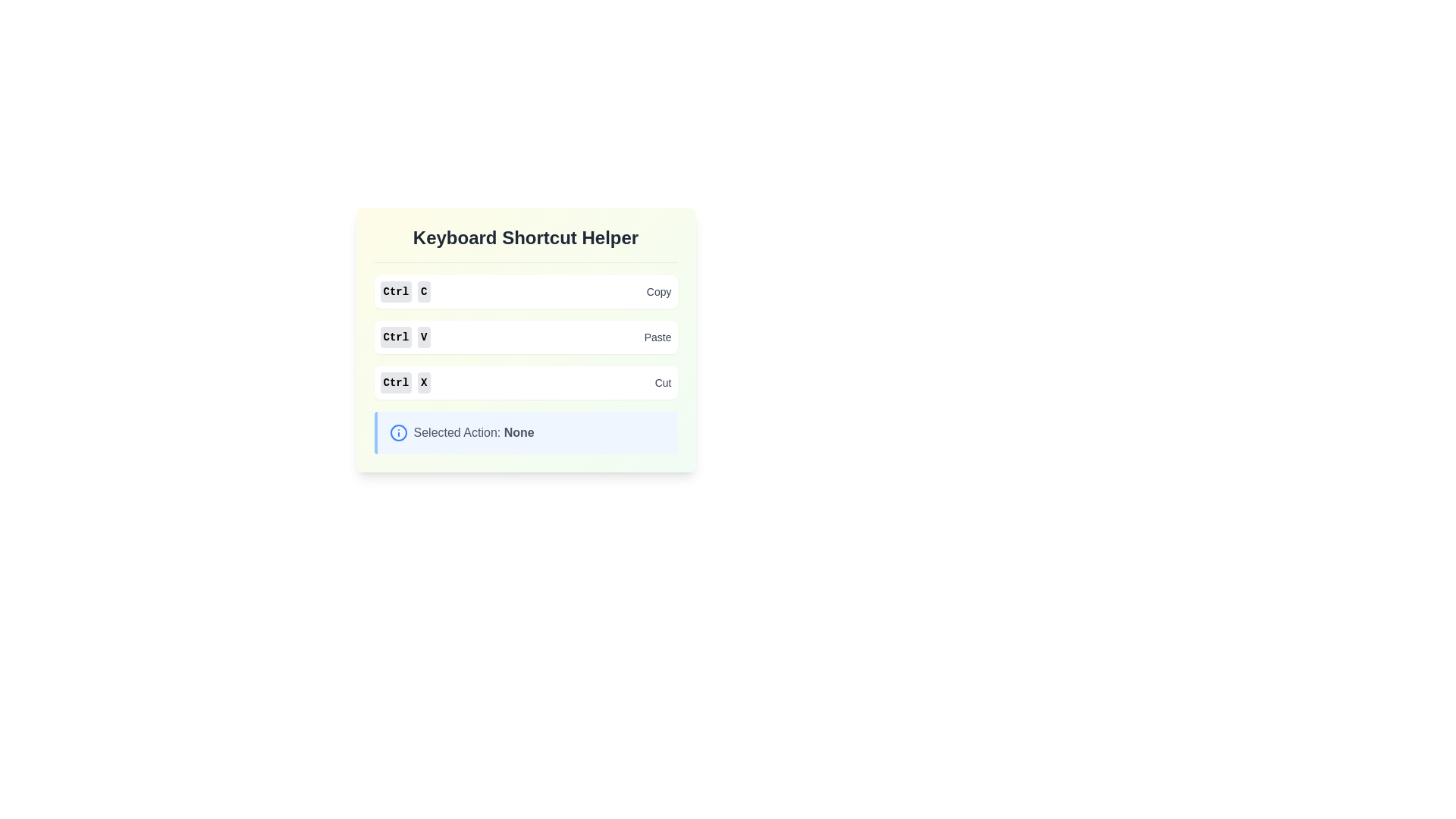 The width and height of the screenshot is (1456, 819). I want to click on the 'Paste' label, which is styled in a small gray font and positioned towards the right end of the row with shortcut keys for 'Ctrl' and 'V', so click(657, 336).